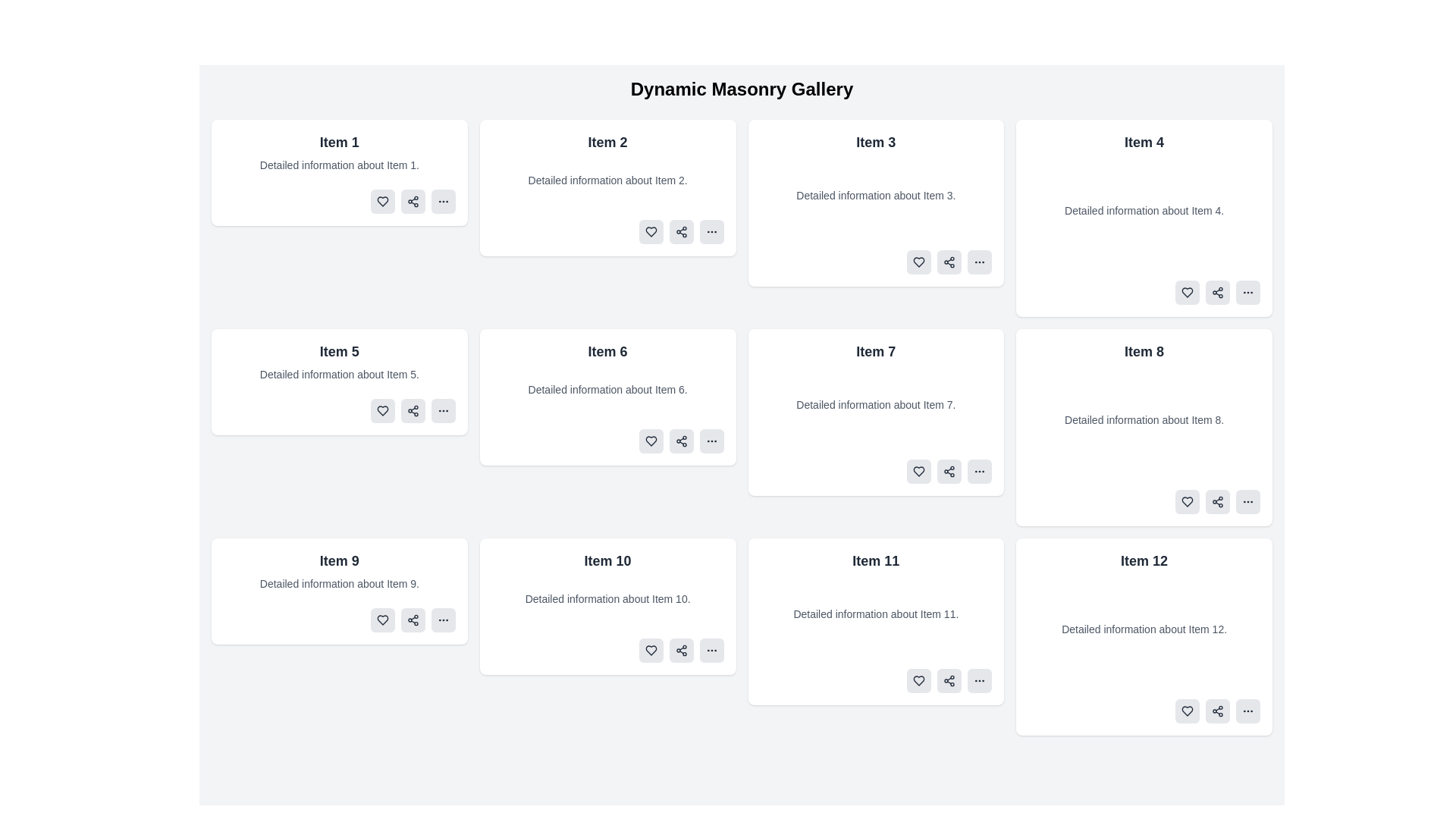  What do you see at coordinates (680, 649) in the screenshot?
I see `the 'Share' button with an embedded share icon located in the section for 'Item 10'` at bounding box center [680, 649].